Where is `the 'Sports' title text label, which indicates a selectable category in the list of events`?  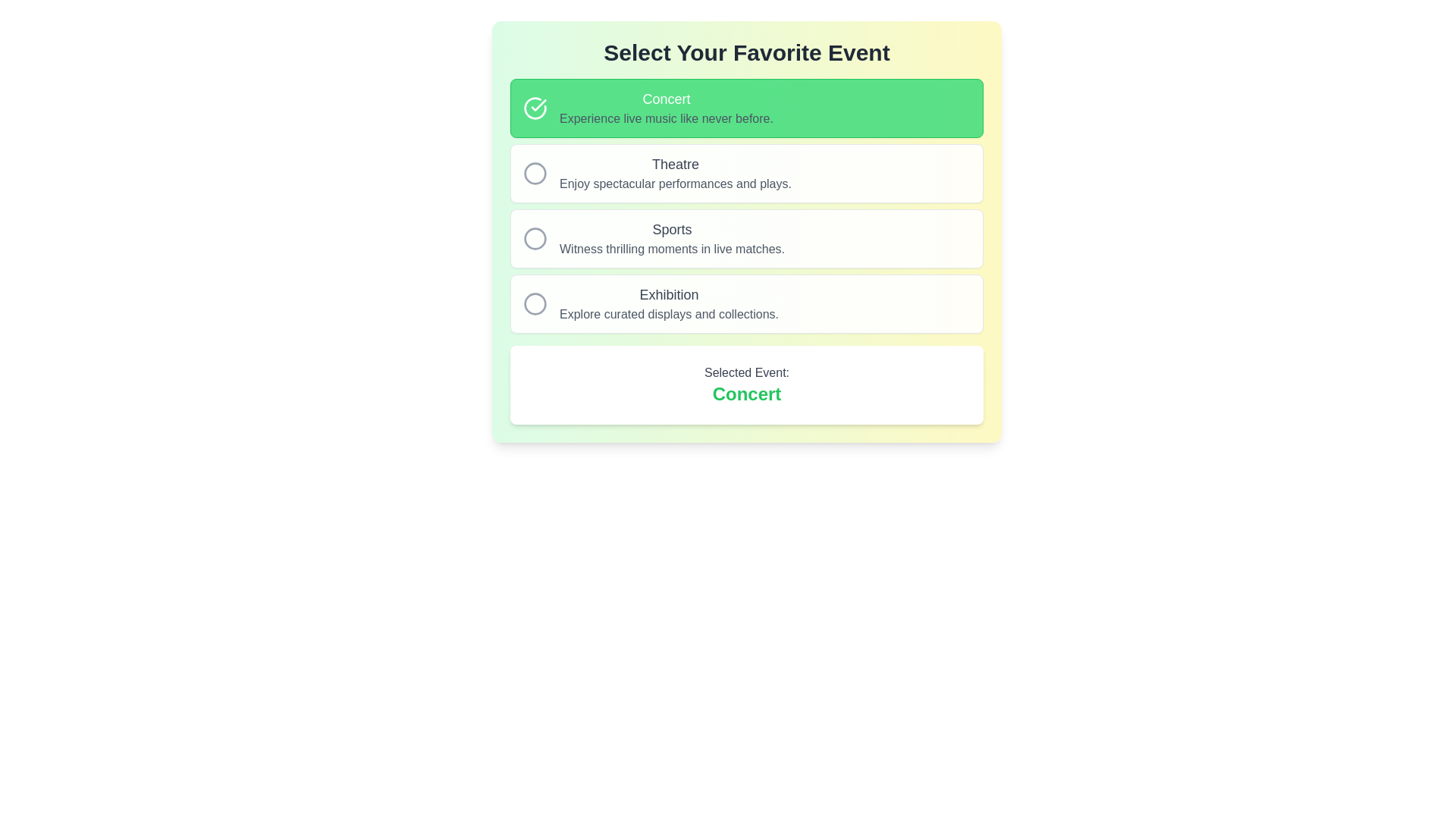
the 'Sports' title text label, which indicates a selectable category in the list of events is located at coordinates (671, 230).